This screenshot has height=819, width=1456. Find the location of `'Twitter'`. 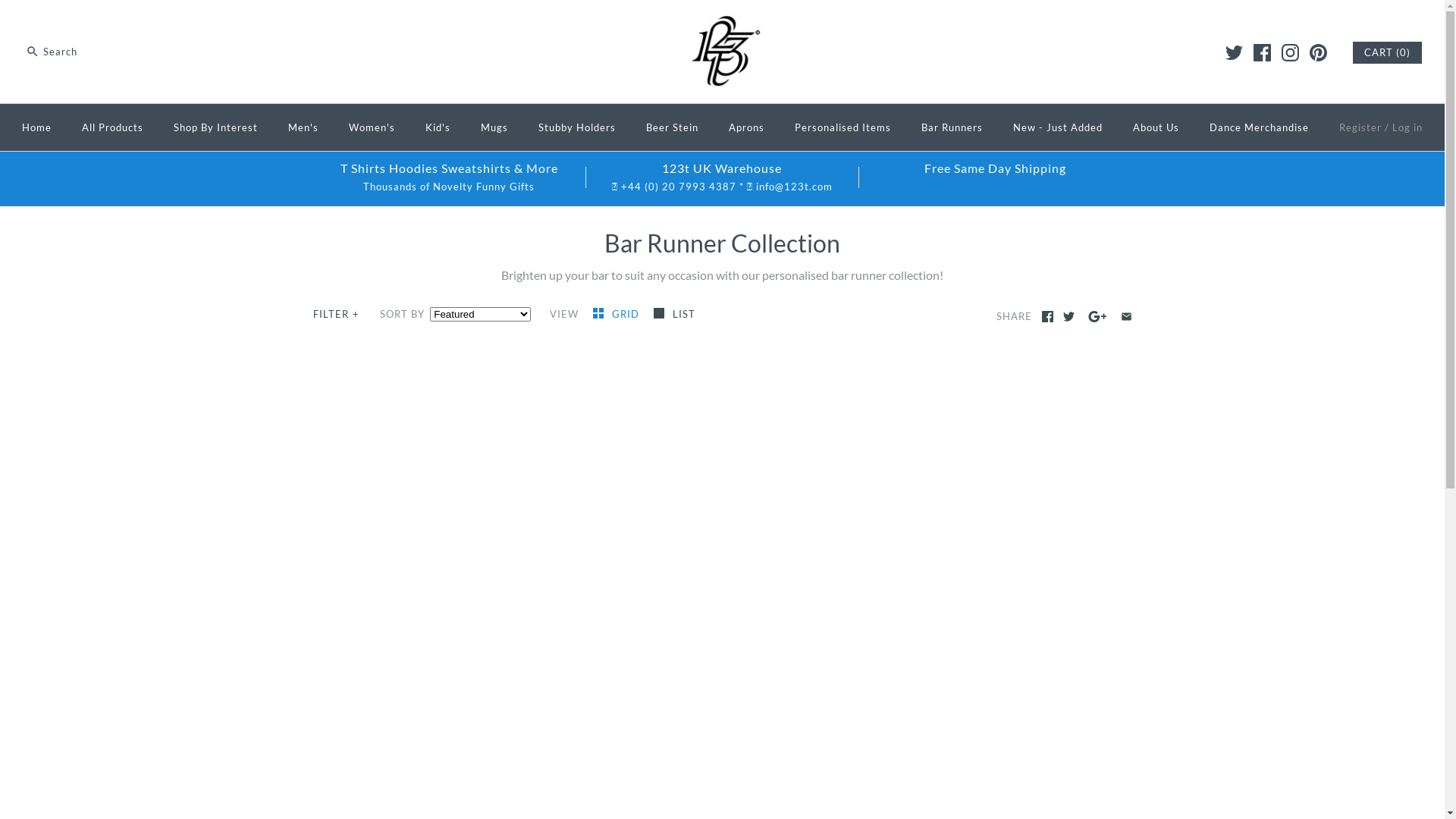

'Twitter' is located at coordinates (1068, 315).